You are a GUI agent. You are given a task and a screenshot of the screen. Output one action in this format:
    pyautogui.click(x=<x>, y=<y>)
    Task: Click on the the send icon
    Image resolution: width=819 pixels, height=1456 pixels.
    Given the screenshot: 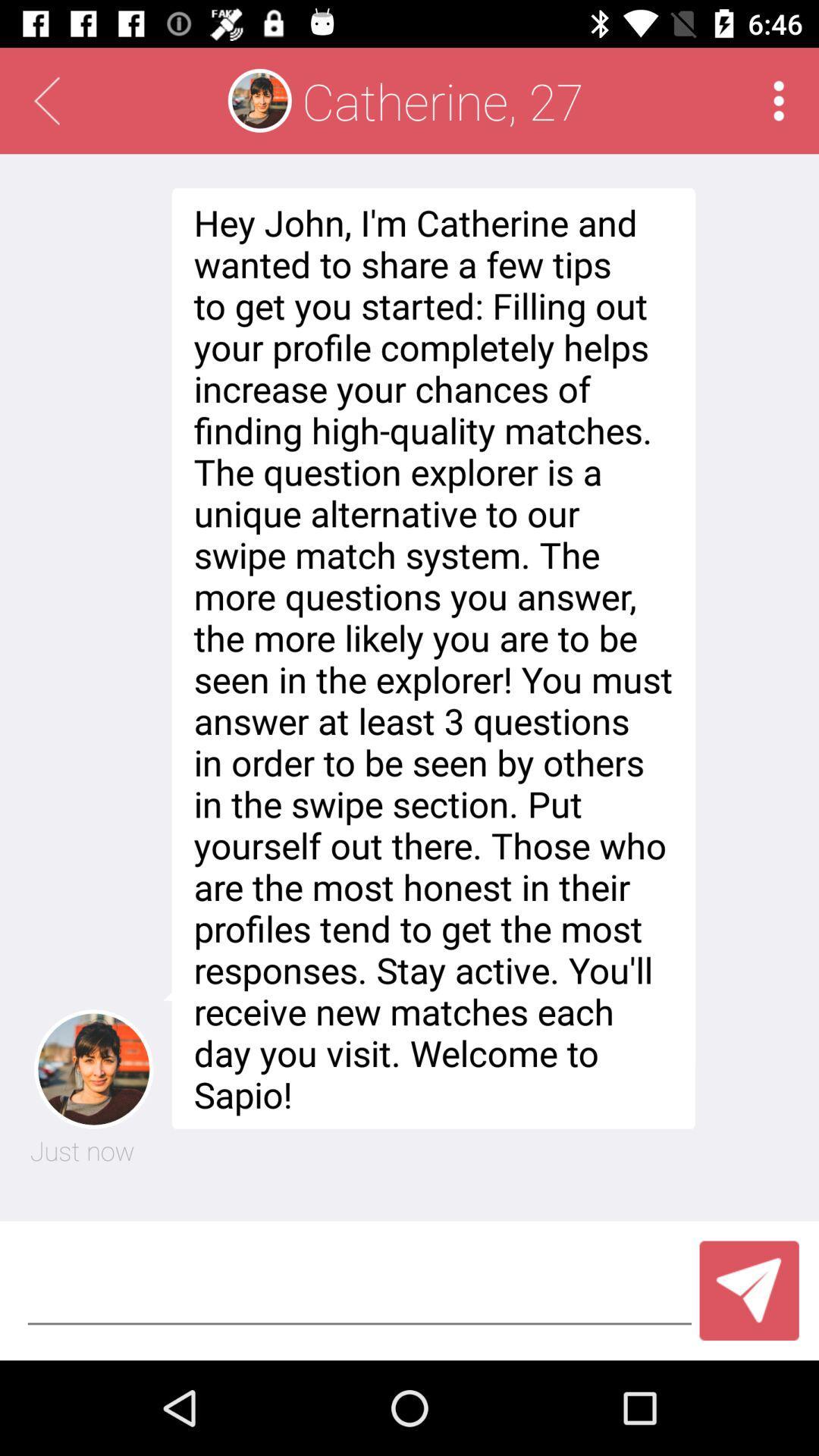 What is the action you would take?
    pyautogui.click(x=748, y=1290)
    